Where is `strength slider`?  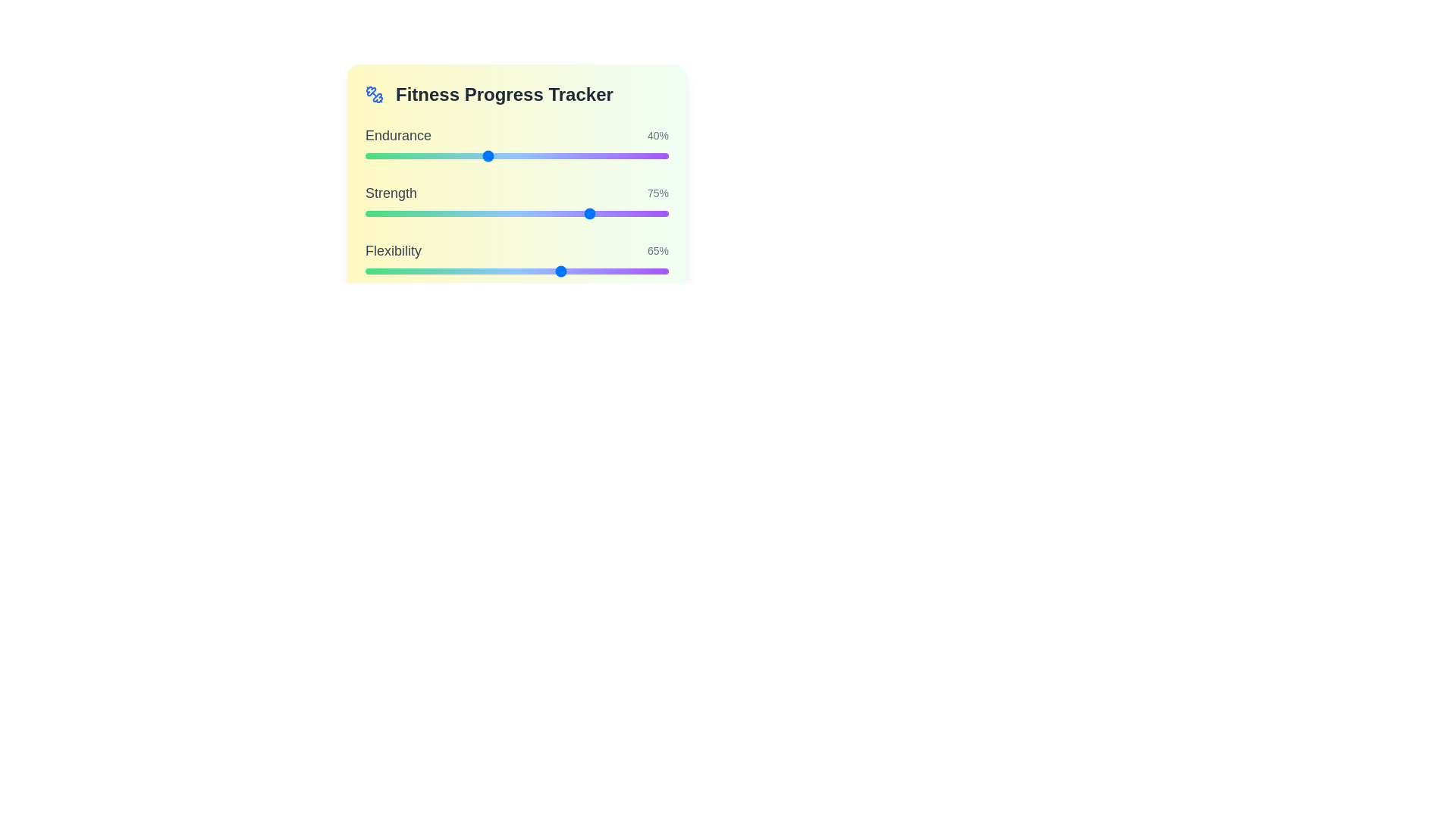
strength slider is located at coordinates (447, 213).